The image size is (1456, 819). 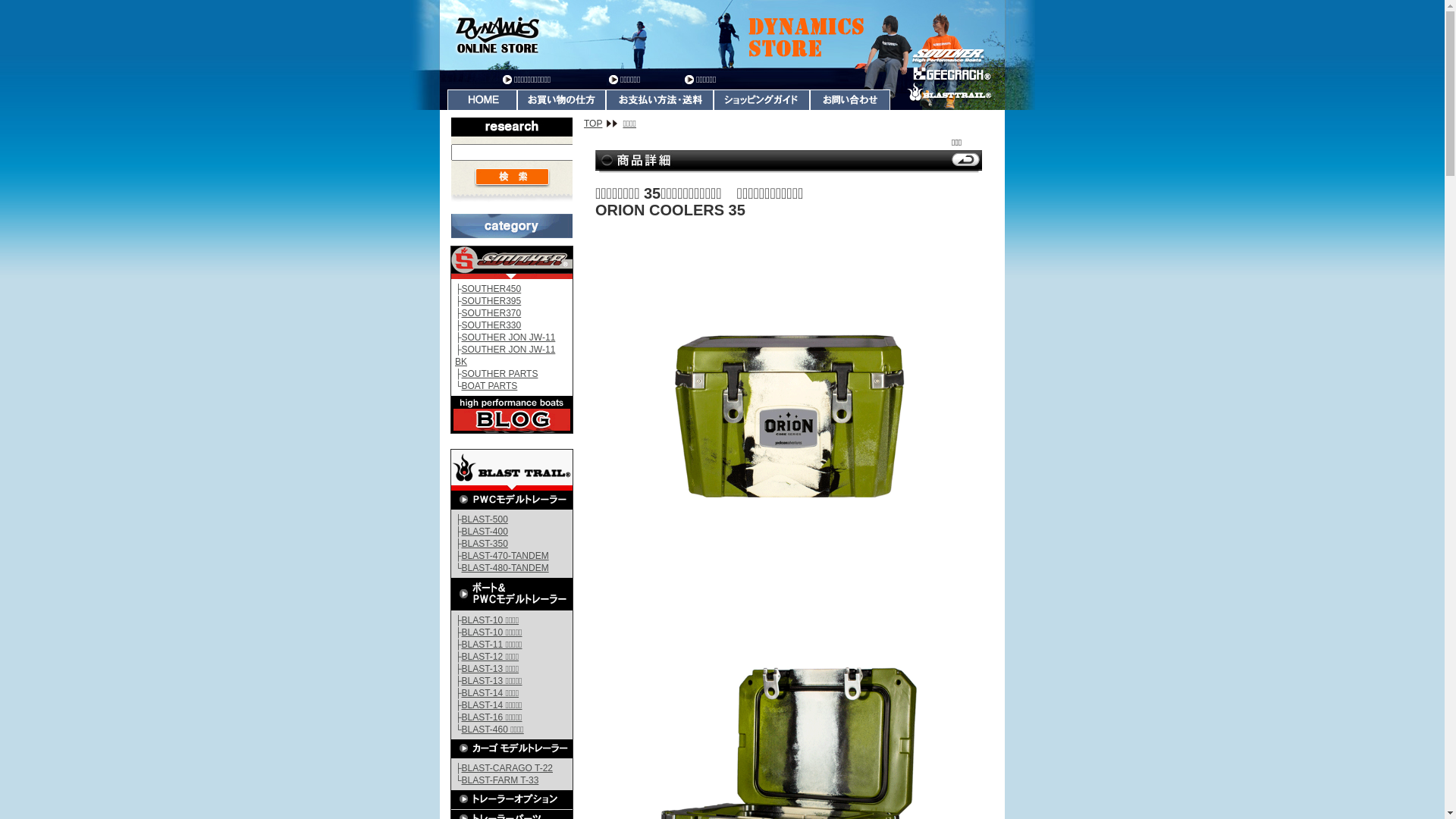 I want to click on 'BLAST-470-TANDEM', so click(x=505, y=555).